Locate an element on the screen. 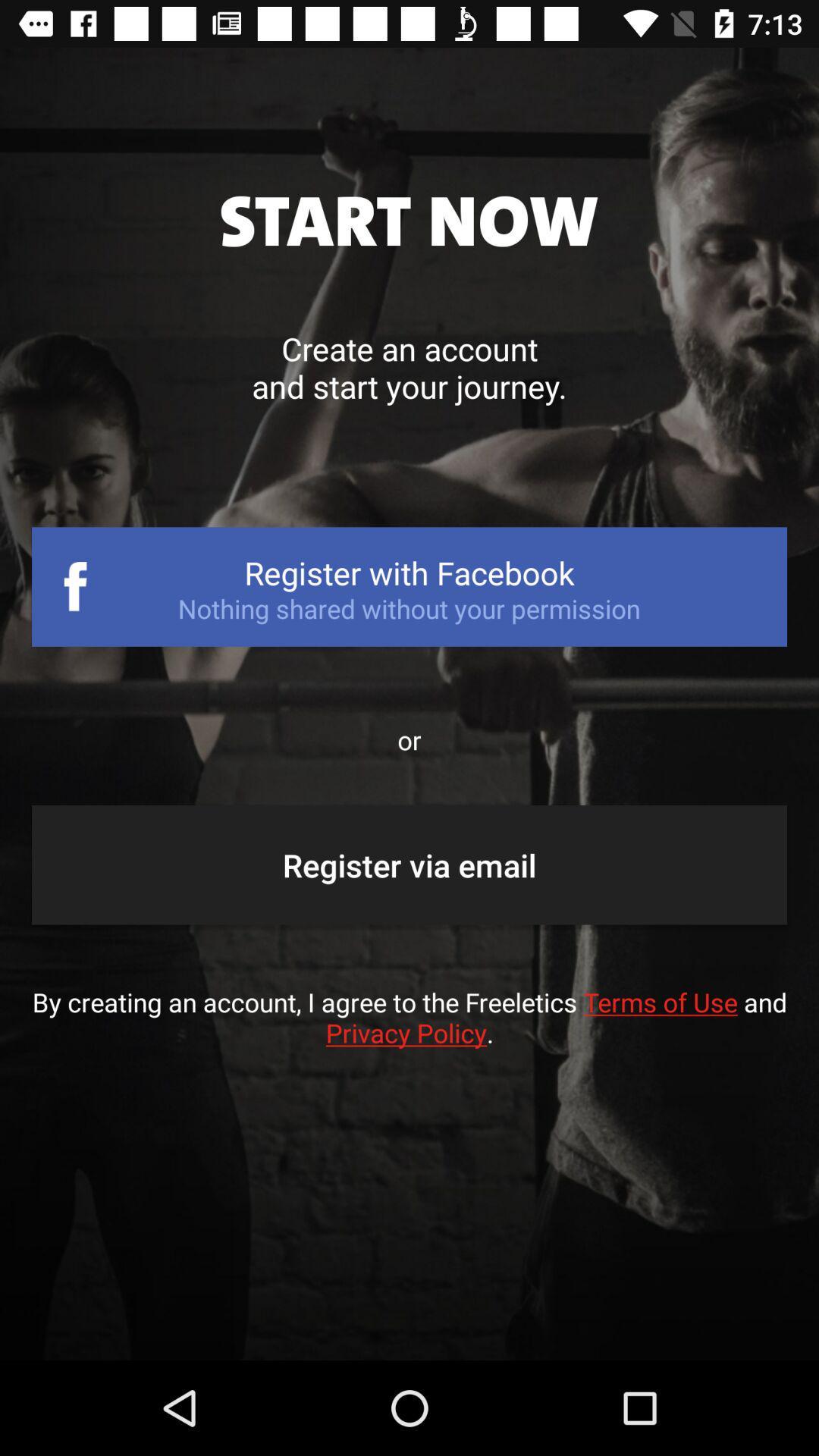 The width and height of the screenshot is (819, 1456). register via email item is located at coordinates (409, 864).